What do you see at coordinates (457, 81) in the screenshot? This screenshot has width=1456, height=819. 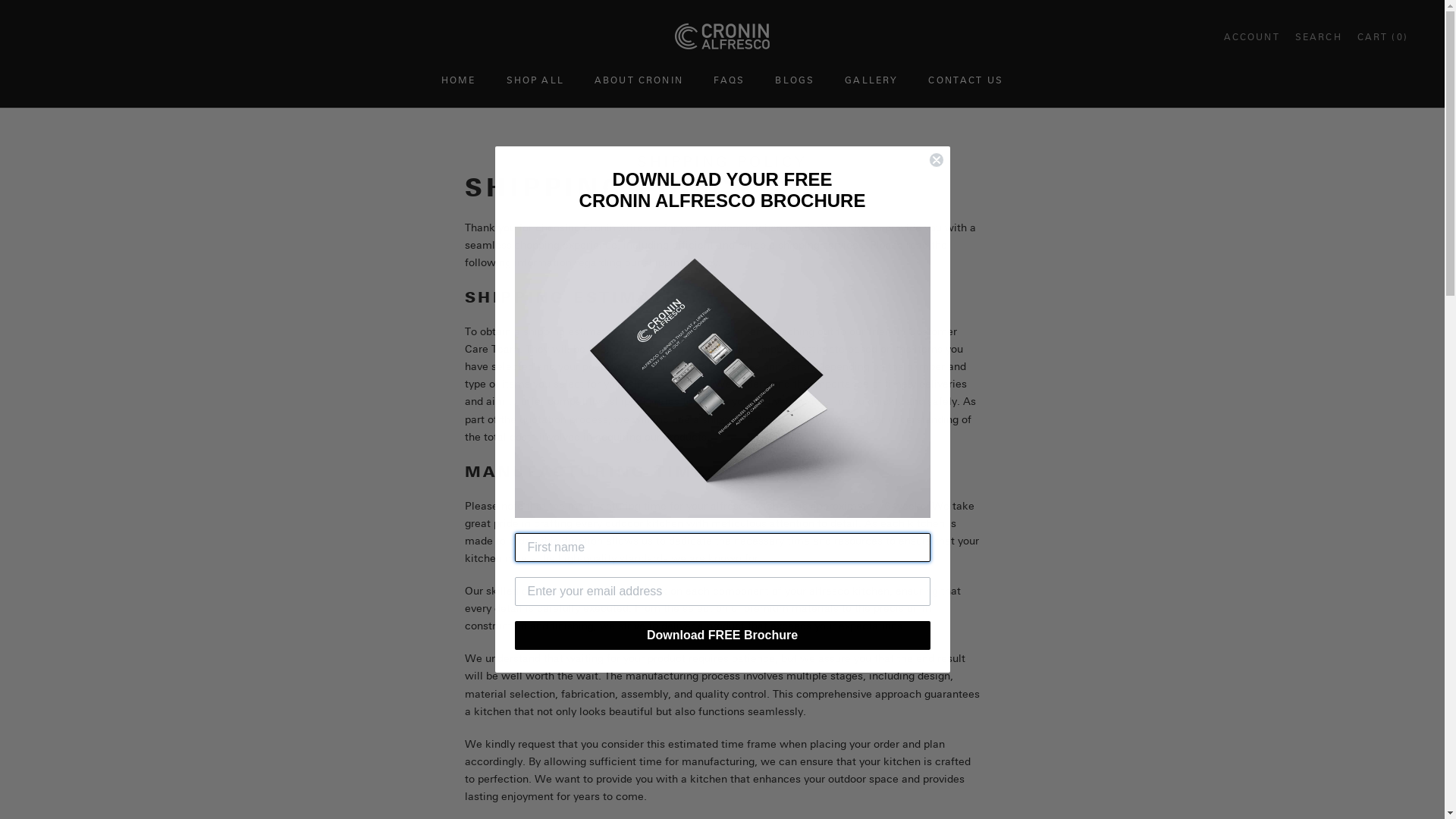 I see `'HOME'` at bounding box center [457, 81].